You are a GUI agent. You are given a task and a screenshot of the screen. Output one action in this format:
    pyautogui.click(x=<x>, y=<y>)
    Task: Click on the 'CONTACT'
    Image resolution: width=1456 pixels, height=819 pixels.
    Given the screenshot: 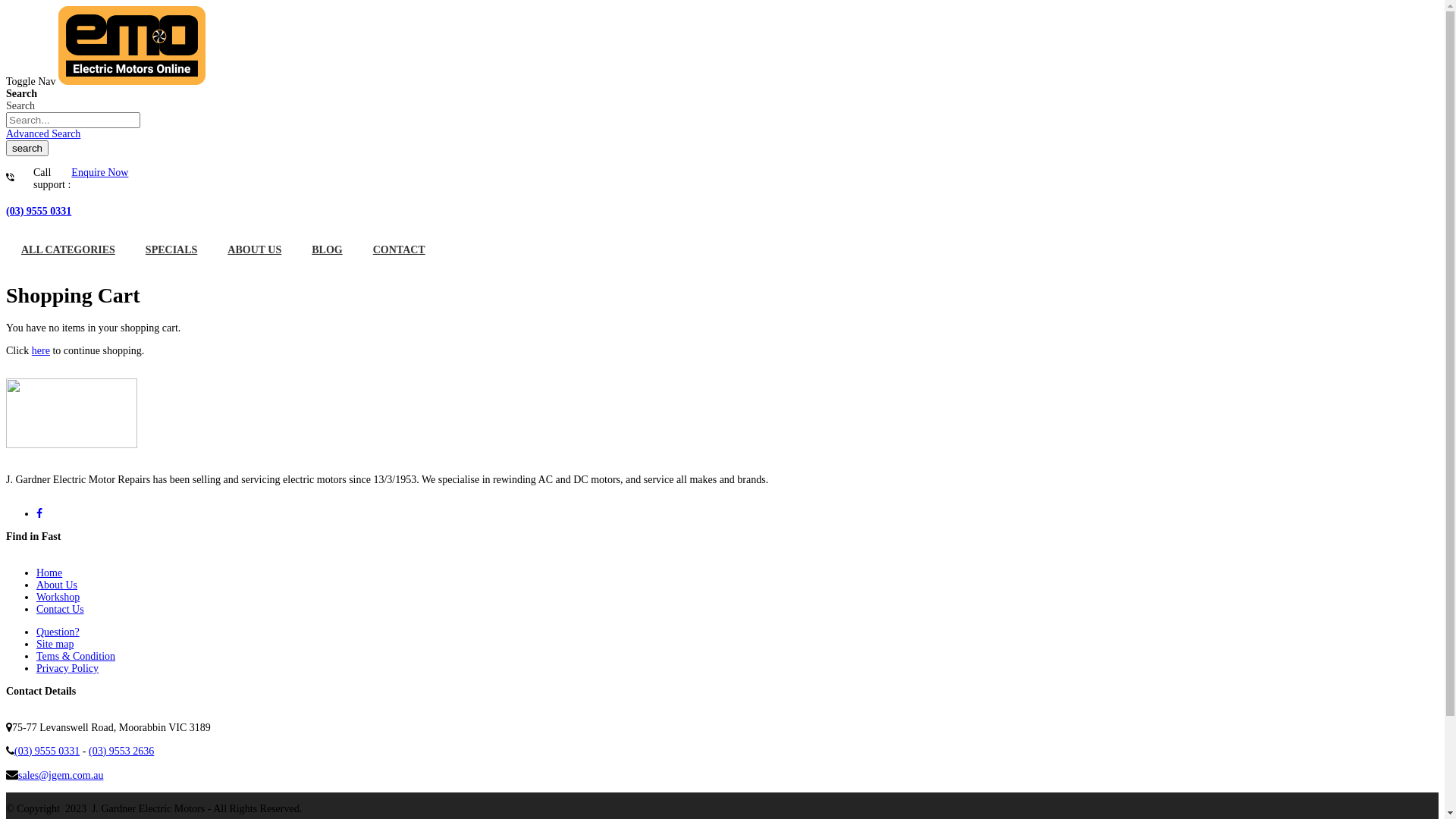 What is the action you would take?
    pyautogui.click(x=356, y=249)
    